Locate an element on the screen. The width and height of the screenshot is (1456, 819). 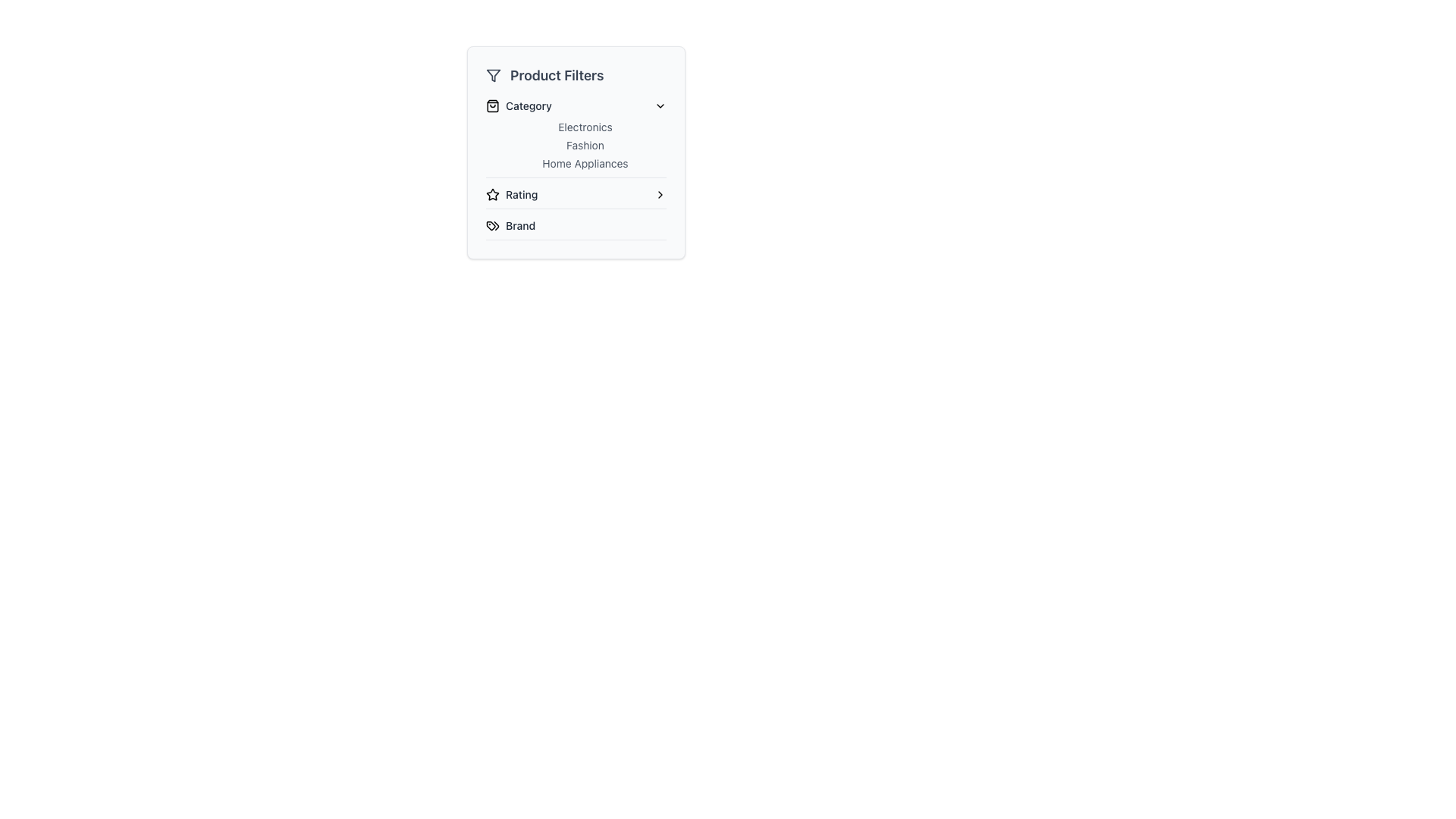
the 'Category' dropdown in the 'Product Filters' section is located at coordinates (575, 138).